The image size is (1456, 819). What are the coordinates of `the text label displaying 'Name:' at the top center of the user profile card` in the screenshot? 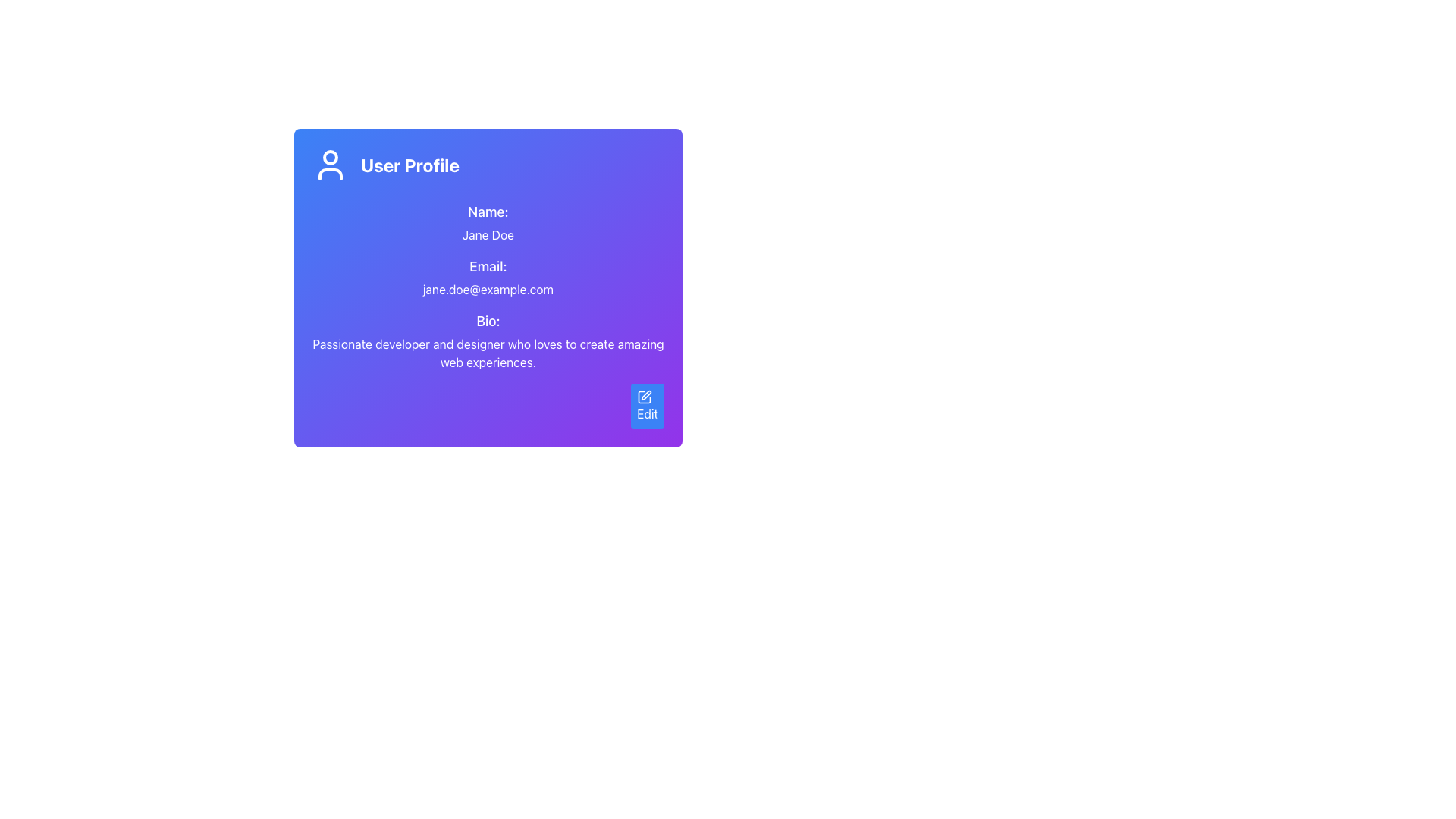 It's located at (488, 212).